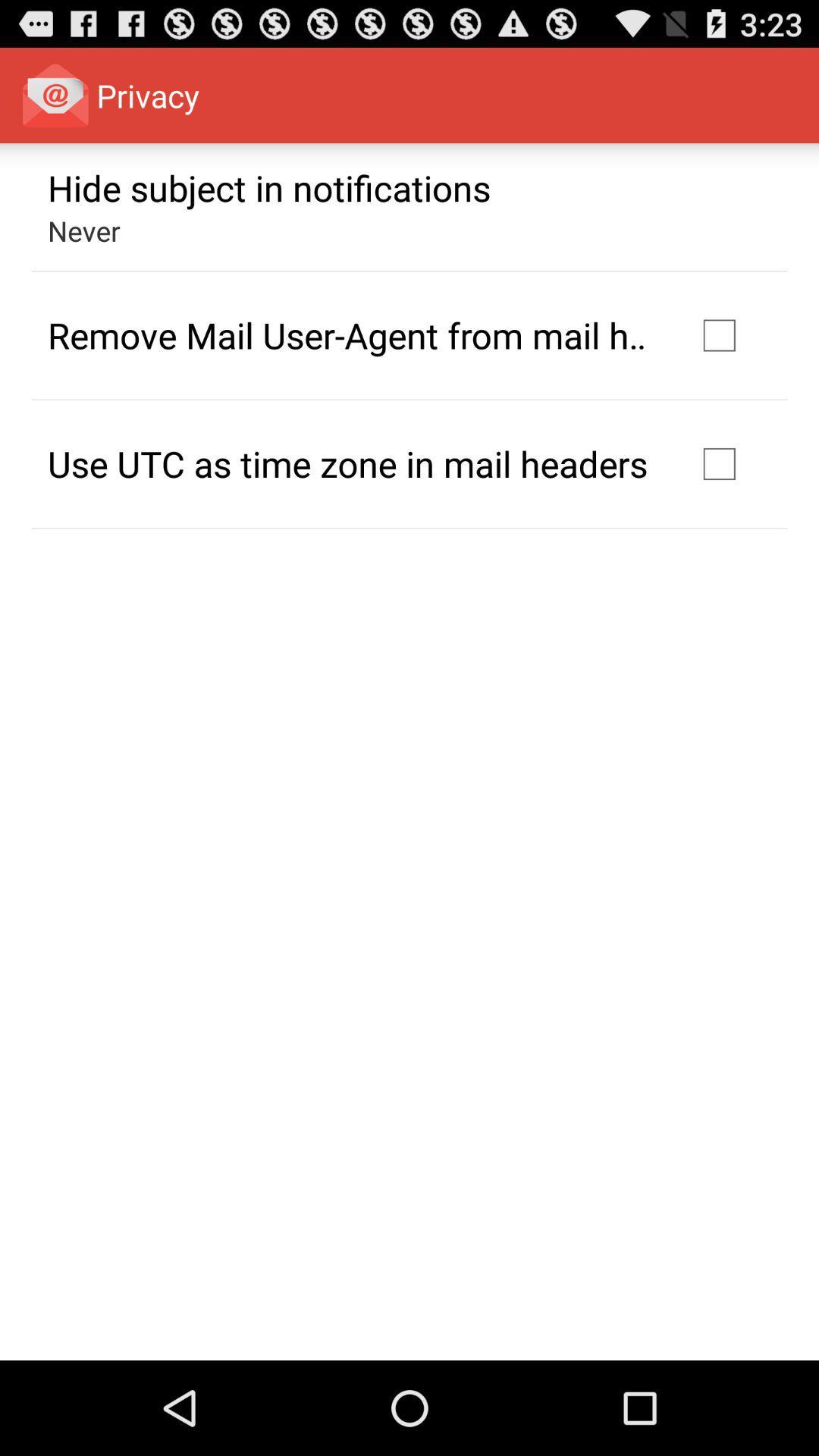 This screenshot has height=1456, width=819. Describe the element at coordinates (84, 230) in the screenshot. I see `never app` at that location.